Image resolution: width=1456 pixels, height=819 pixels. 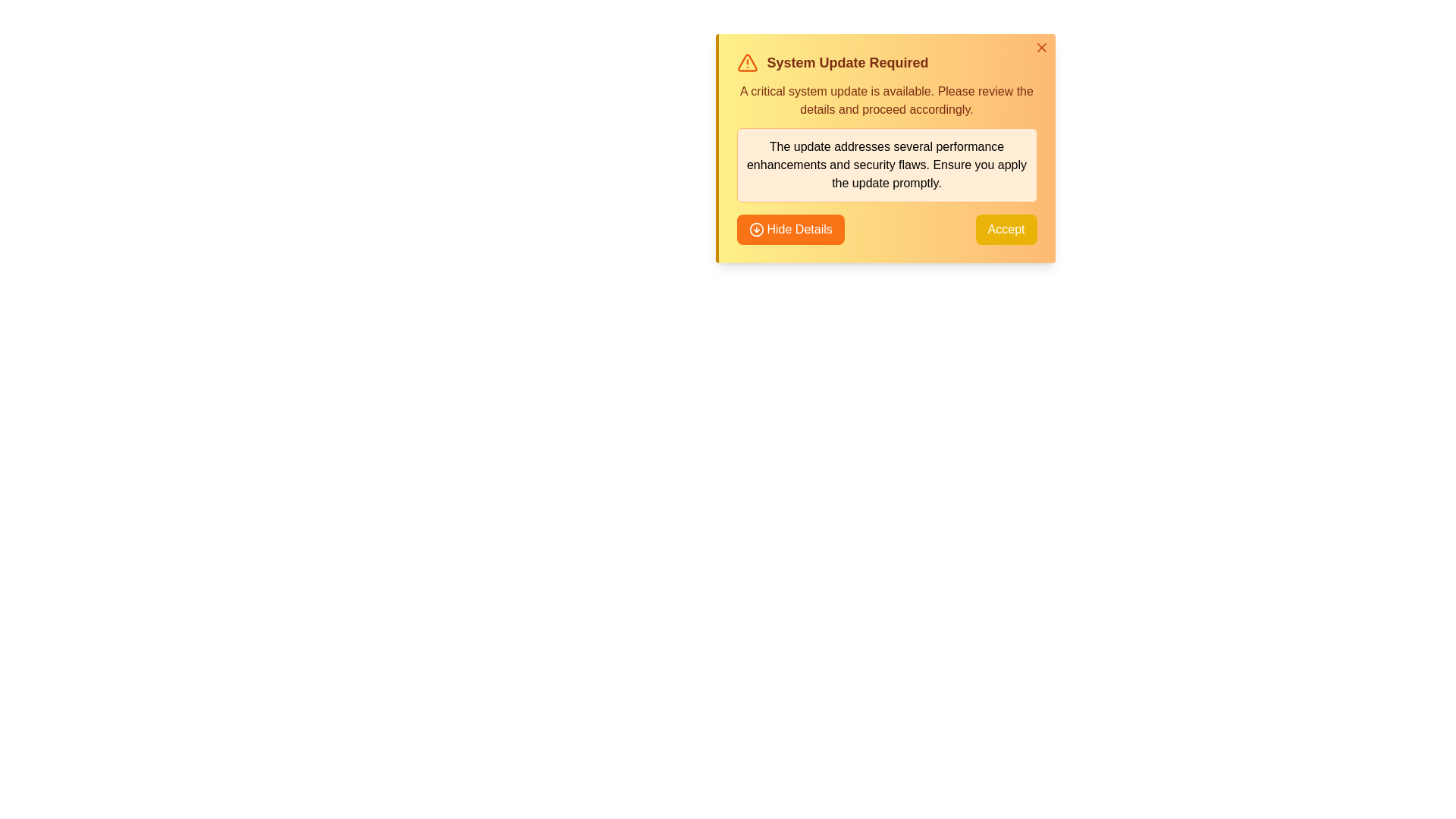 I want to click on the 'Accept' button to acknowledge the alert, so click(x=1006, y=230).